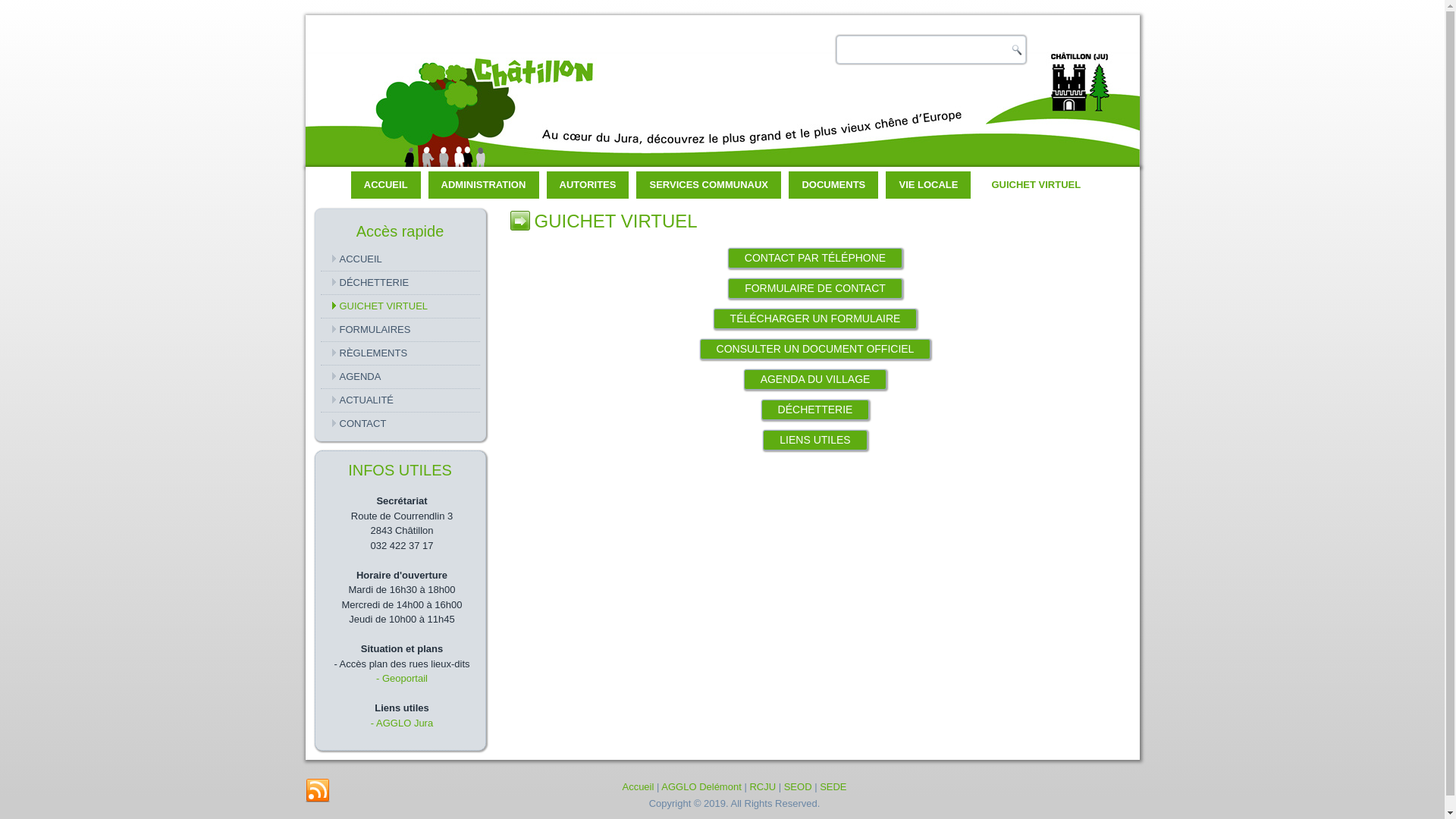  Describe the element at coordinates (587, 184) in the screenshot. I see `'AUTORITES'` at that location.